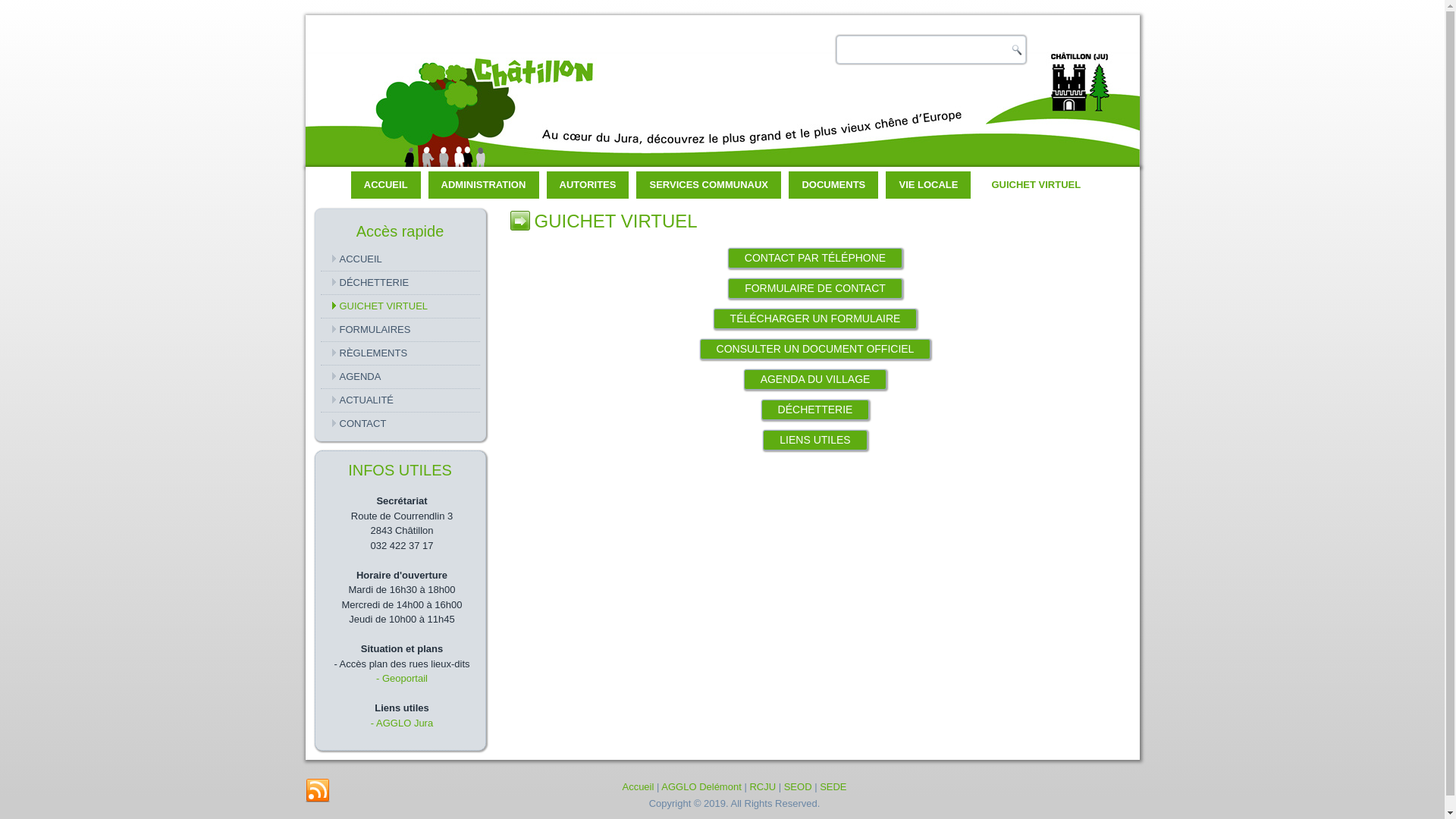  Describe the element at coordinates (587, 184) in the screenshot. I see `'AUTORITES'` at that location.